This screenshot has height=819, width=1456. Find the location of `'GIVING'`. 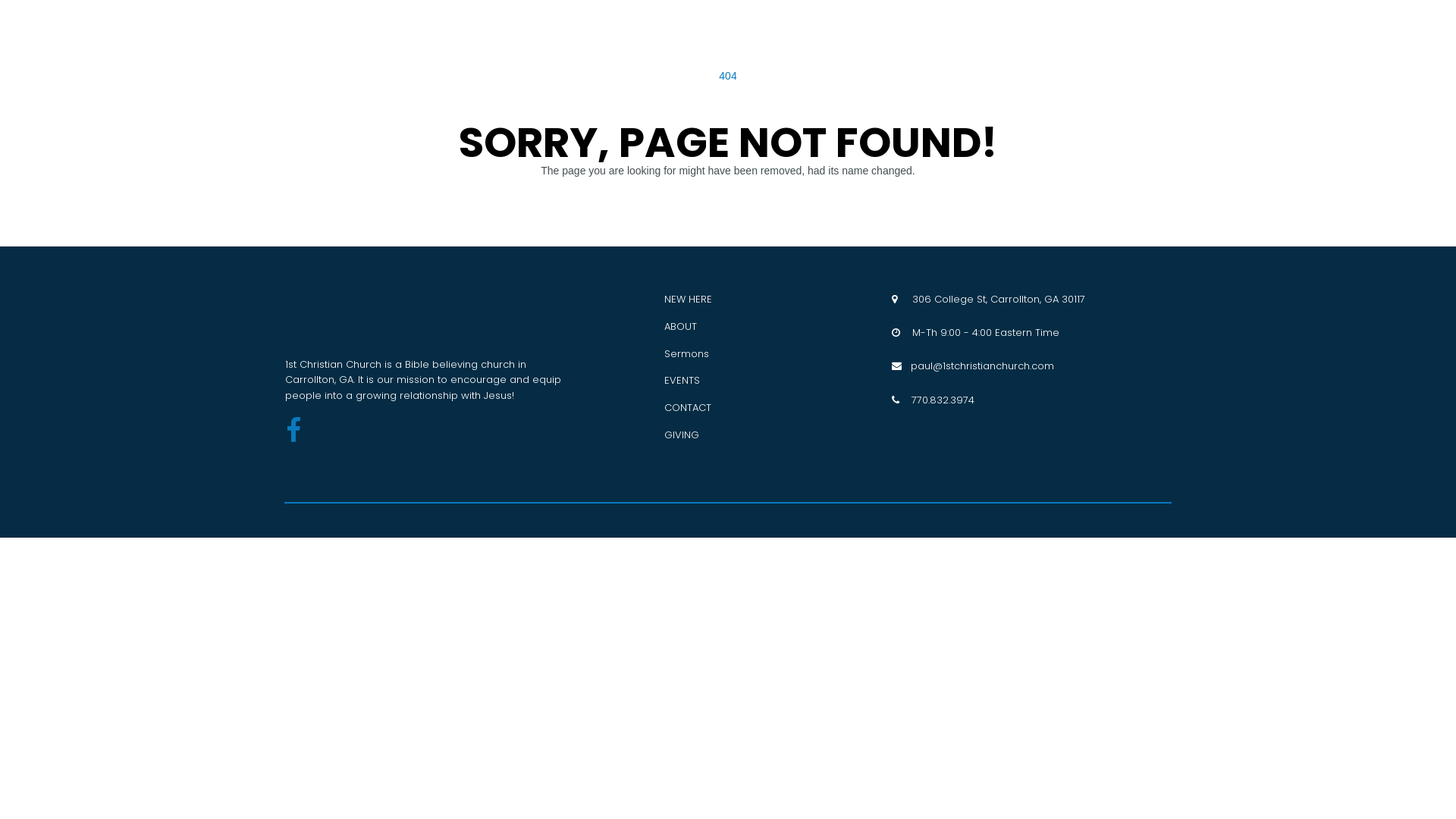

'GIVING' is located at coordinates (680, 435).